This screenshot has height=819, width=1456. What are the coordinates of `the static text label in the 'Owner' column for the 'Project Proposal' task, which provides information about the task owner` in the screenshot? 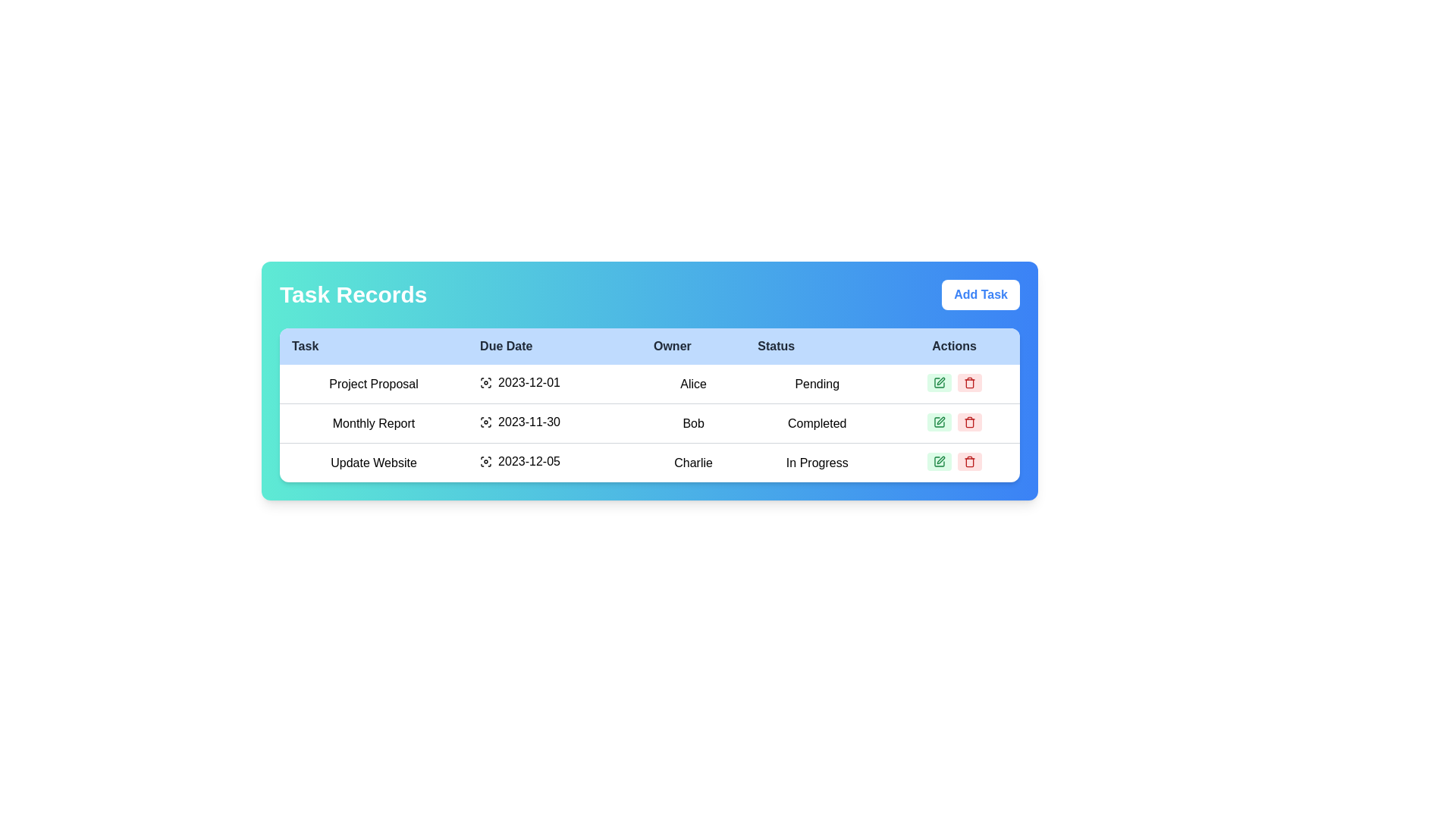 It's located at (692, 383).